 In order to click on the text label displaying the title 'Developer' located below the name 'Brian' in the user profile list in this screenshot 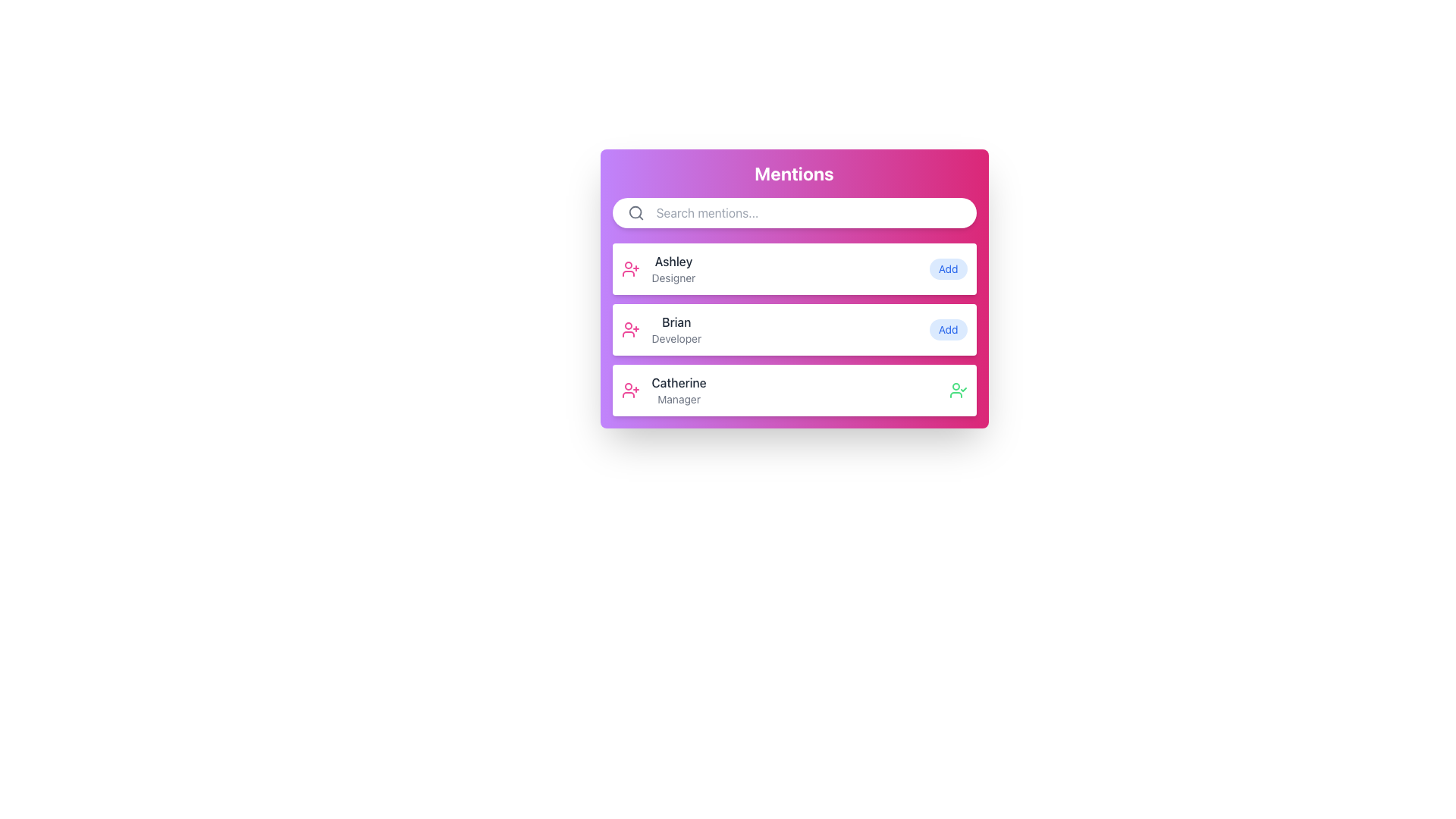, I will do `click(676, 338)`.